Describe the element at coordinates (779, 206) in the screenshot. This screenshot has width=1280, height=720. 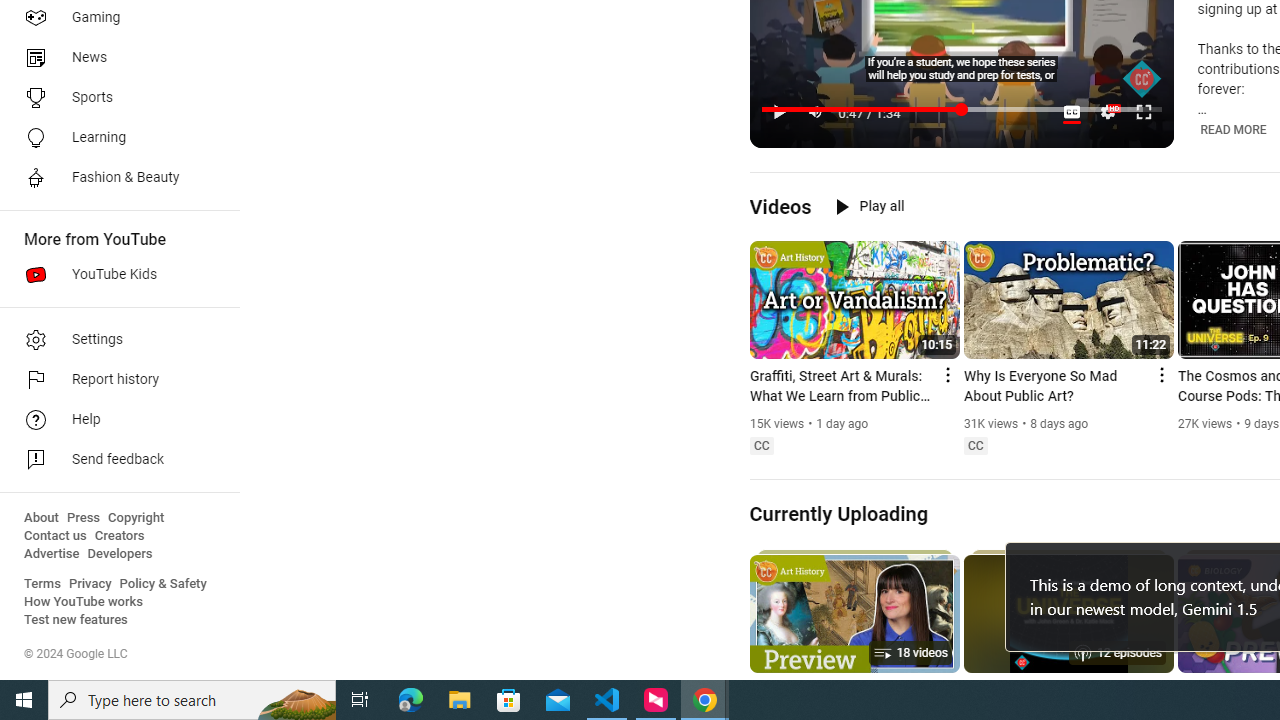
I see `'Videos'` at that location.